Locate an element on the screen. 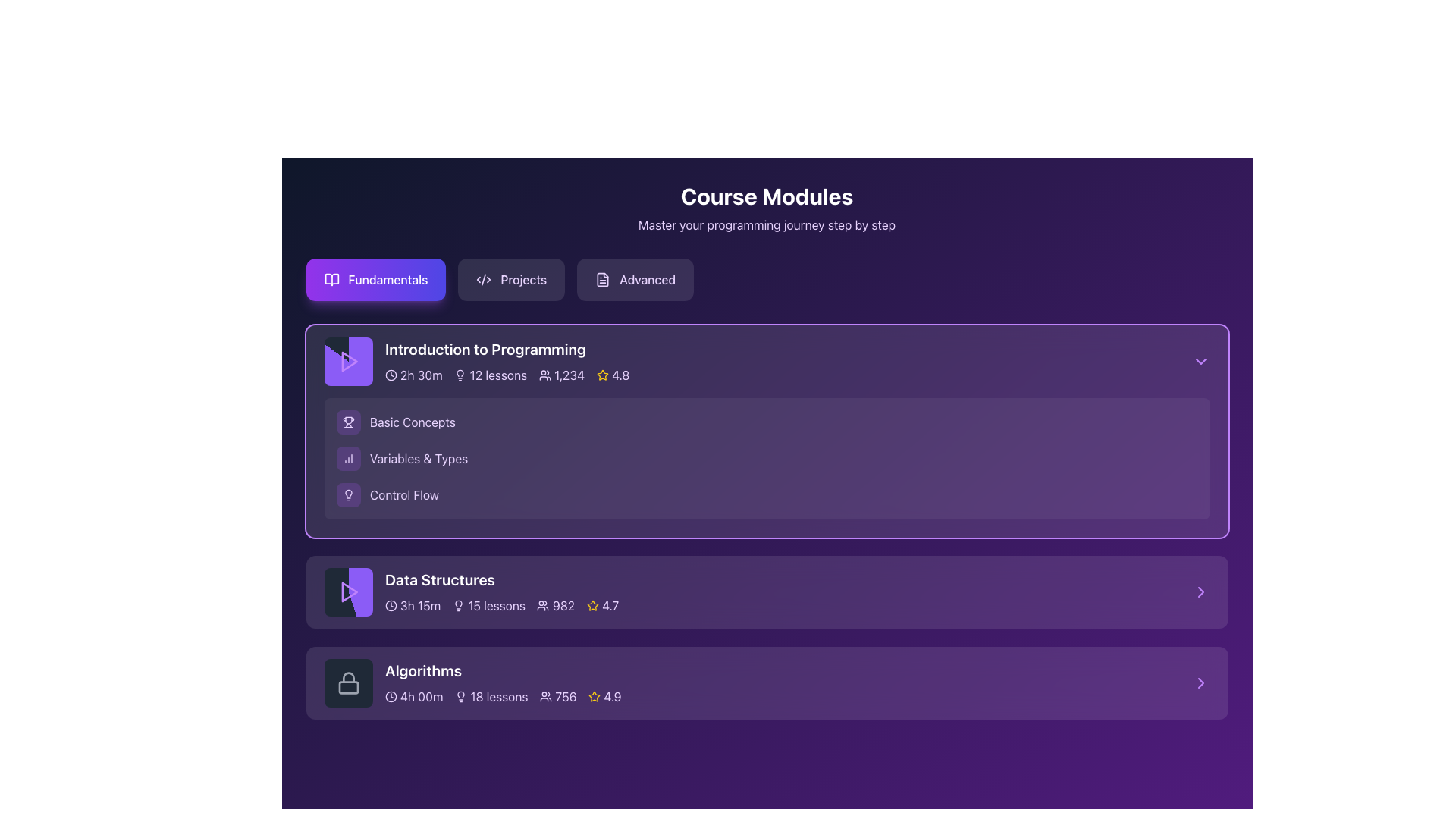  the star icon representing the rating system for the 'Algorithms' course module, located at the bottom right corner of the module box is located at coordinates (593, 696).